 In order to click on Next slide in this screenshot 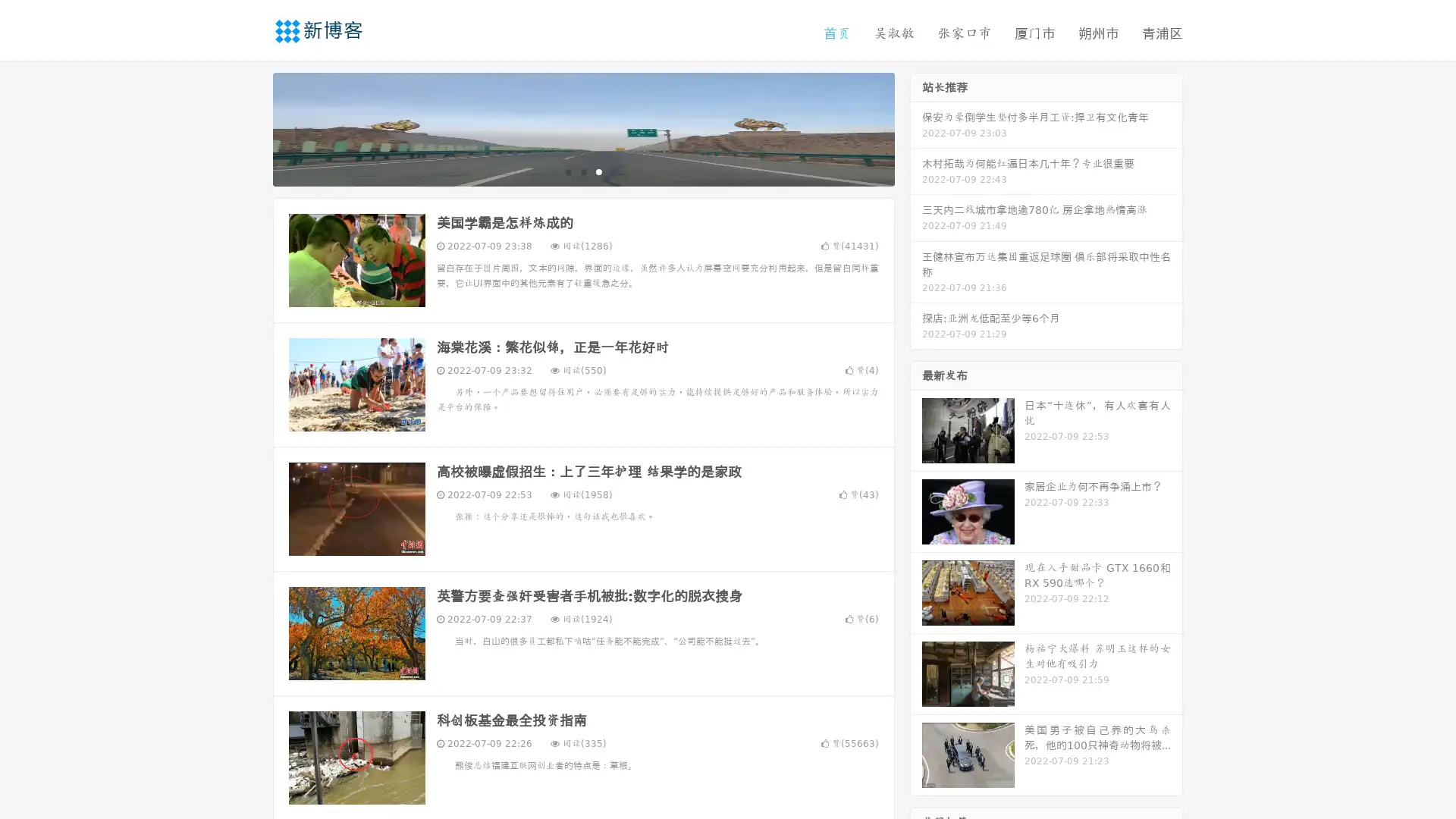, I will do `click(916, 127)`.